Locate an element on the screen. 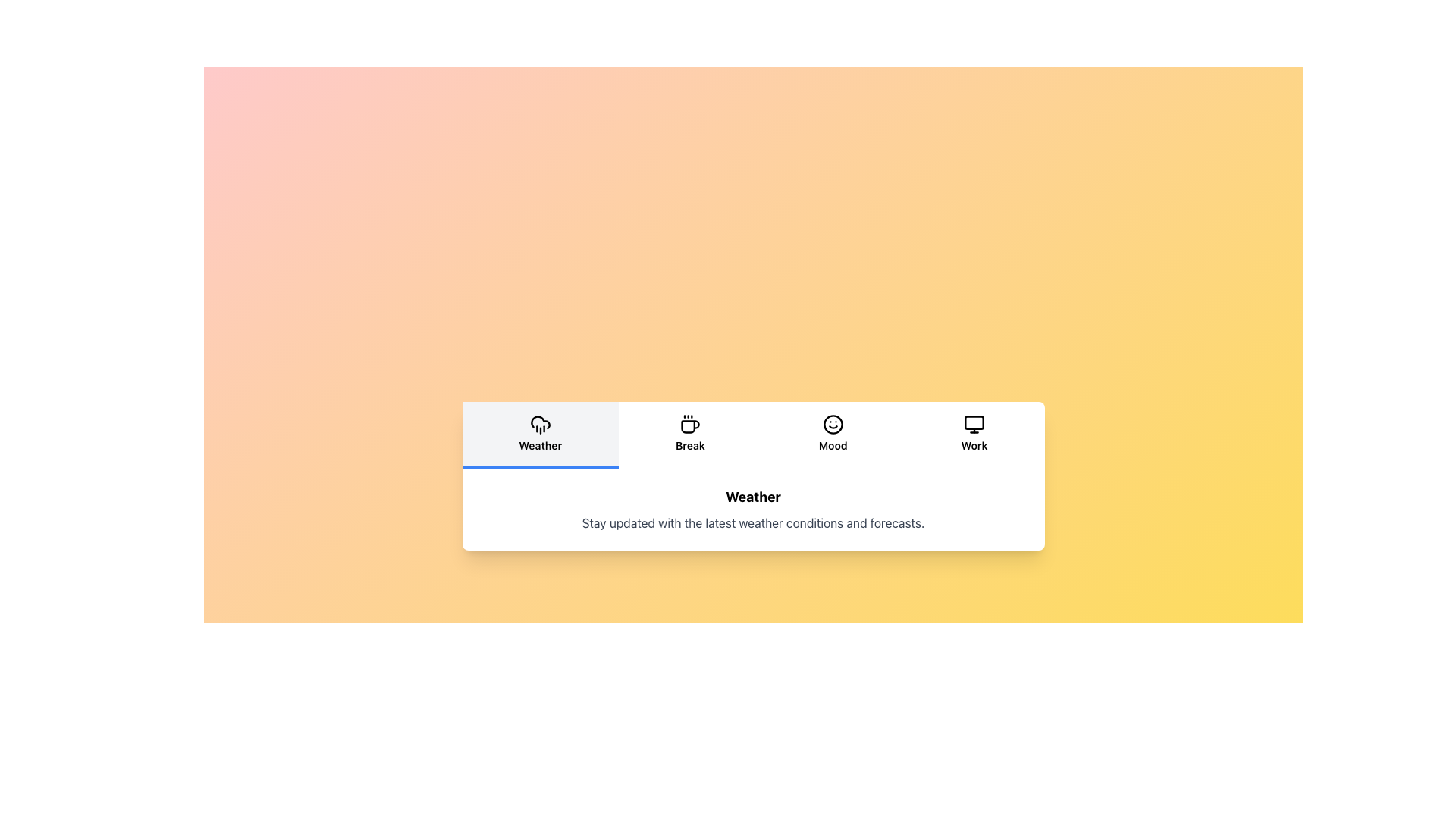 The height and width of the screenshot is (819, 1456). the 'Break' menu item, which features a coffee cup icon with steaming lines and bold text, positioned centrally between the 'Weather' and 'Mood' items is located at coordinates (689, 433).